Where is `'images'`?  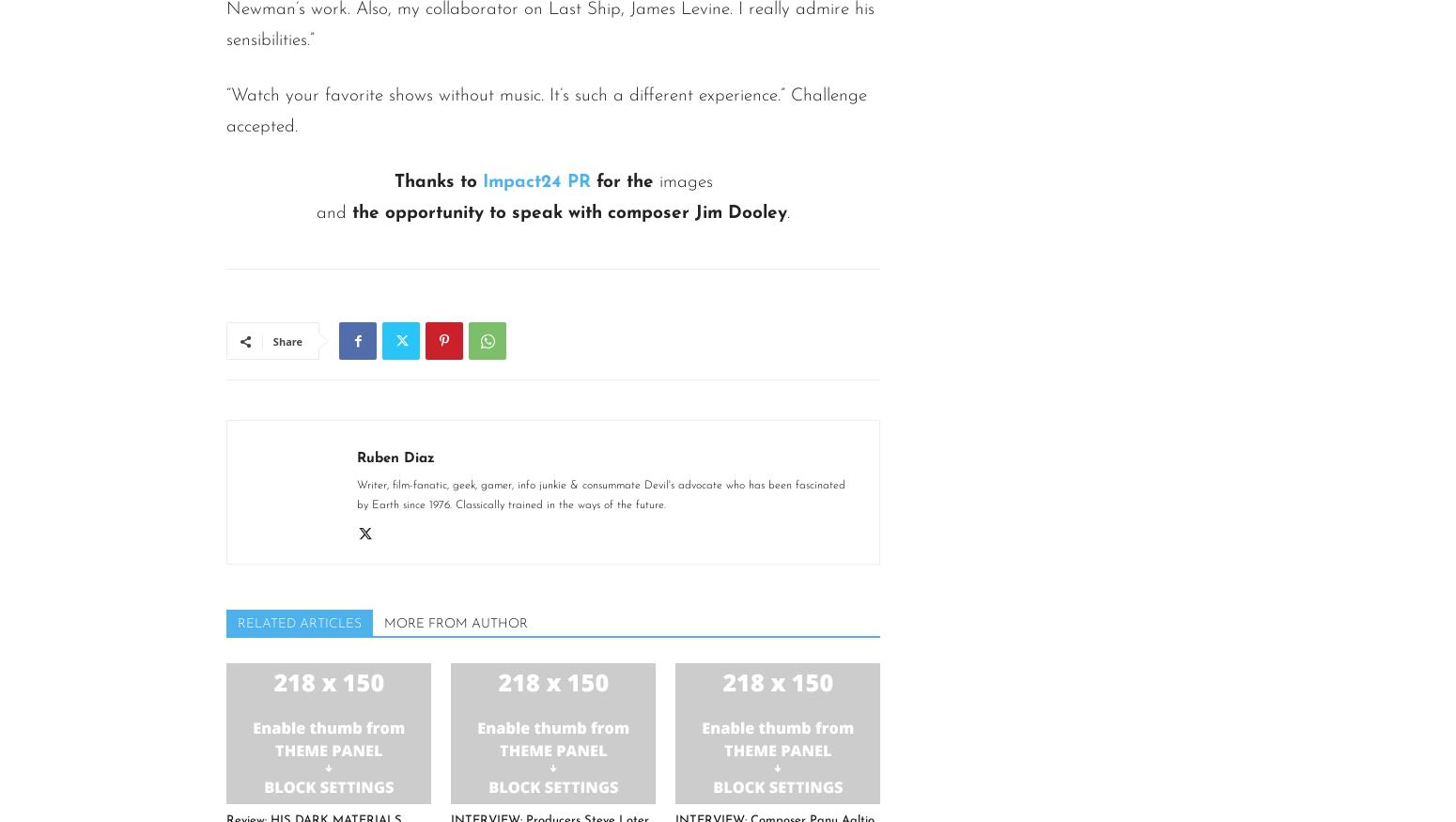 'images' is located at coordinates (685, 182).